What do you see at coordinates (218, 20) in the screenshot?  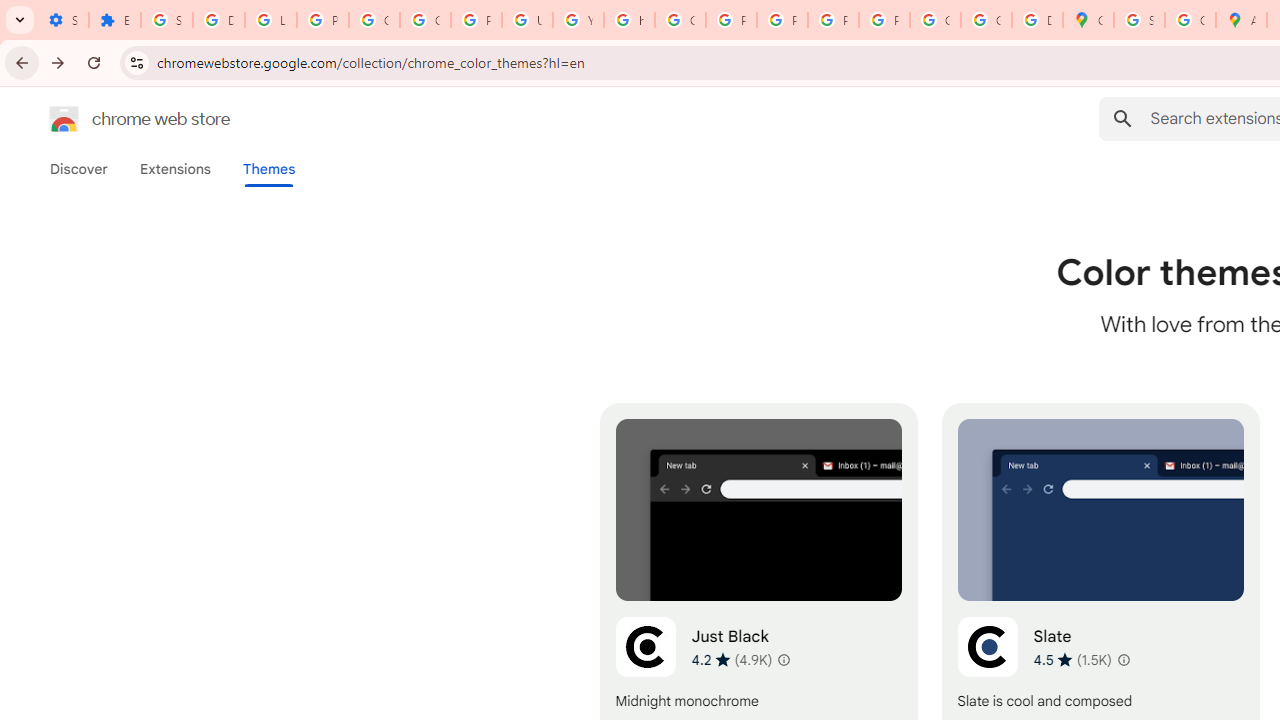 I see `'Delete photos & videos - Computer - Google Photos Help'` at bounding box center [218, 20].